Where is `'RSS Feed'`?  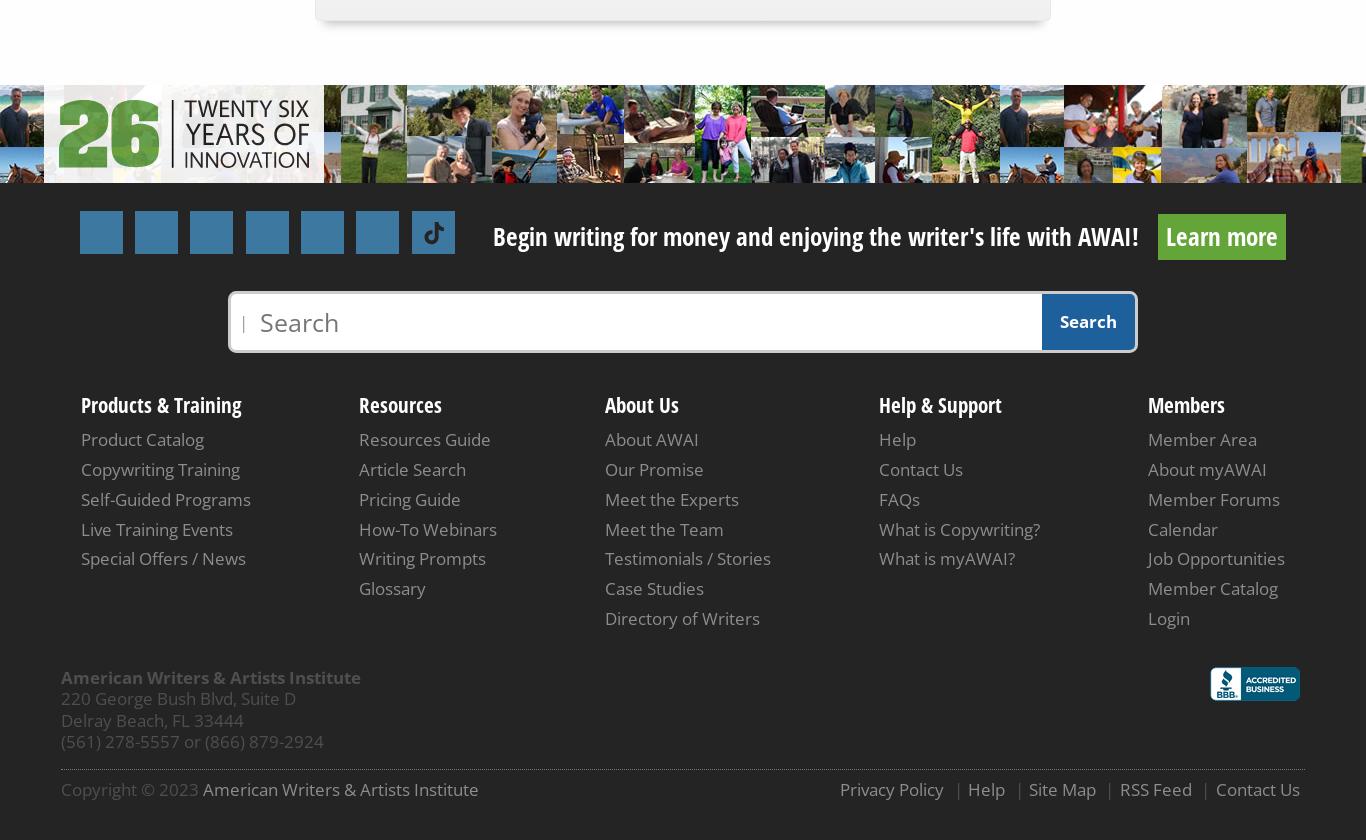 'RSS Feed' is located at coordinates (1154, 788).